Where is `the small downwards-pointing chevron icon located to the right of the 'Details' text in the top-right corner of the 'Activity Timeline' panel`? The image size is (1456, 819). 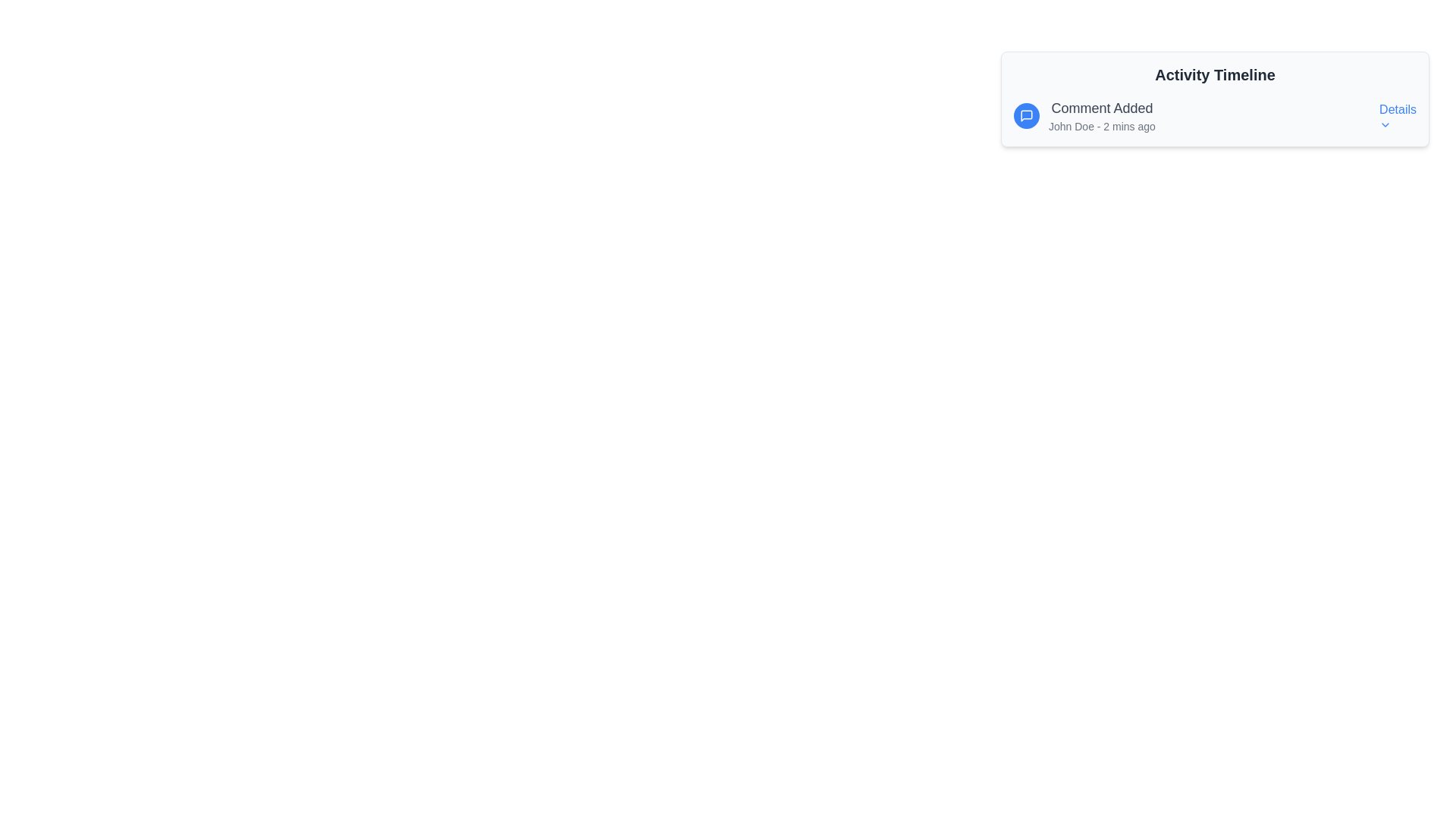 the small downwards-pointing chevron icon located to the right of the 'Details' text in the top-right corner of the 'Activity Timeline' panel is located at coordinates (1385, 124).